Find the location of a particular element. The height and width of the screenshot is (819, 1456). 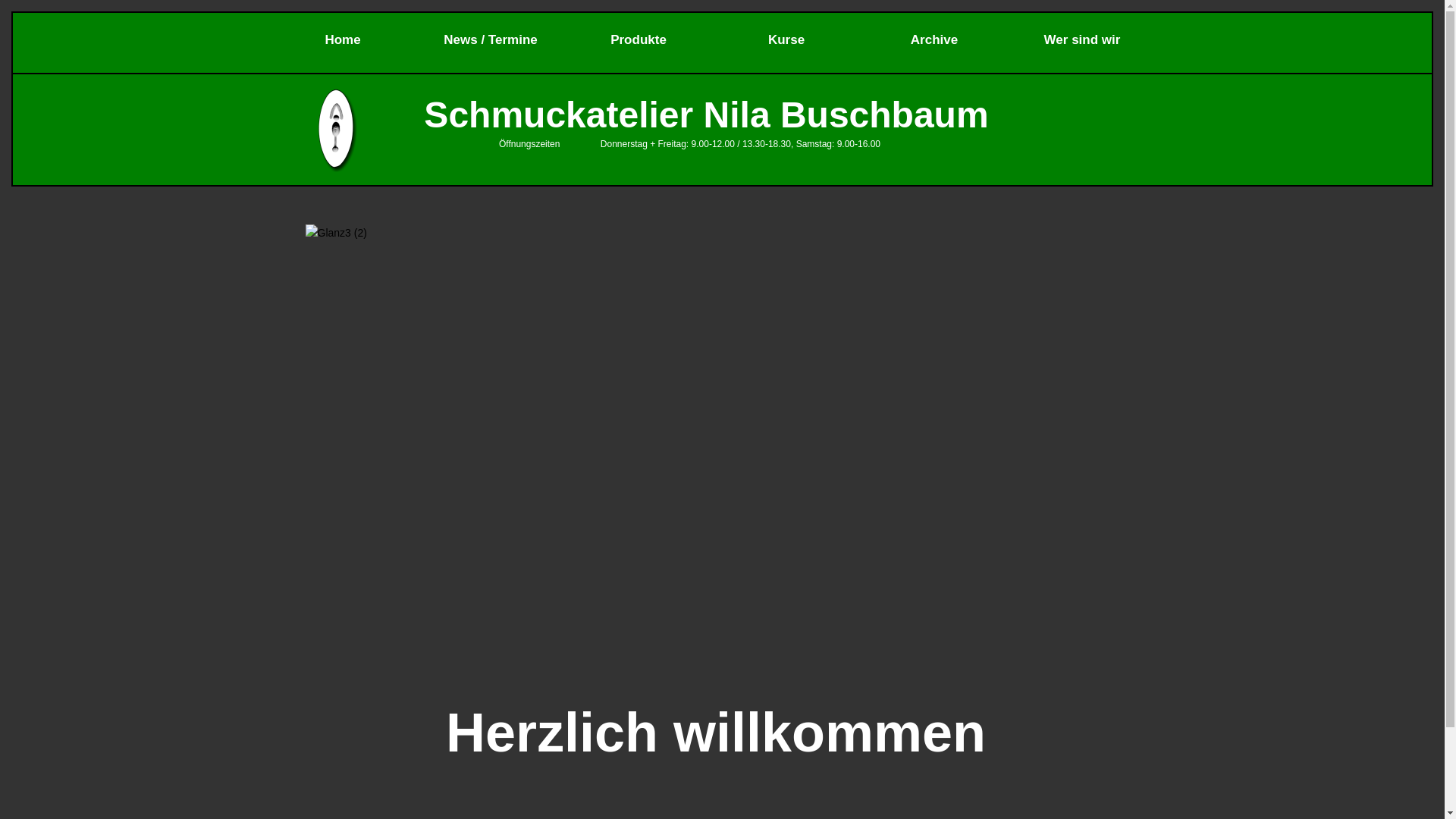

'Home' is located at coordinates (341, 37).